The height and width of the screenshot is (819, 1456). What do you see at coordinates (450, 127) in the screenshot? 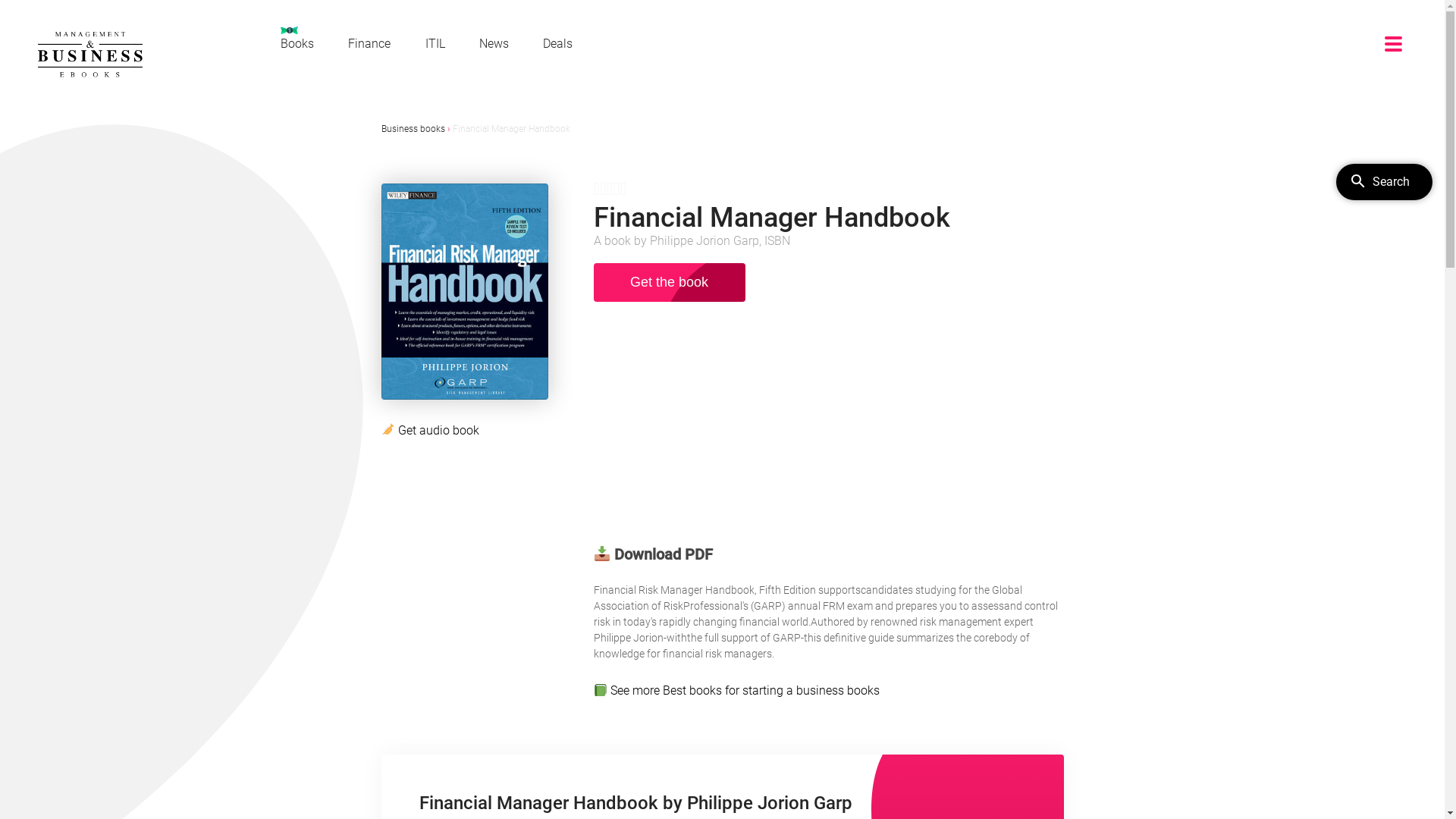
I see `'Financial Manager Handbook'` at bounding box center [450, 127].